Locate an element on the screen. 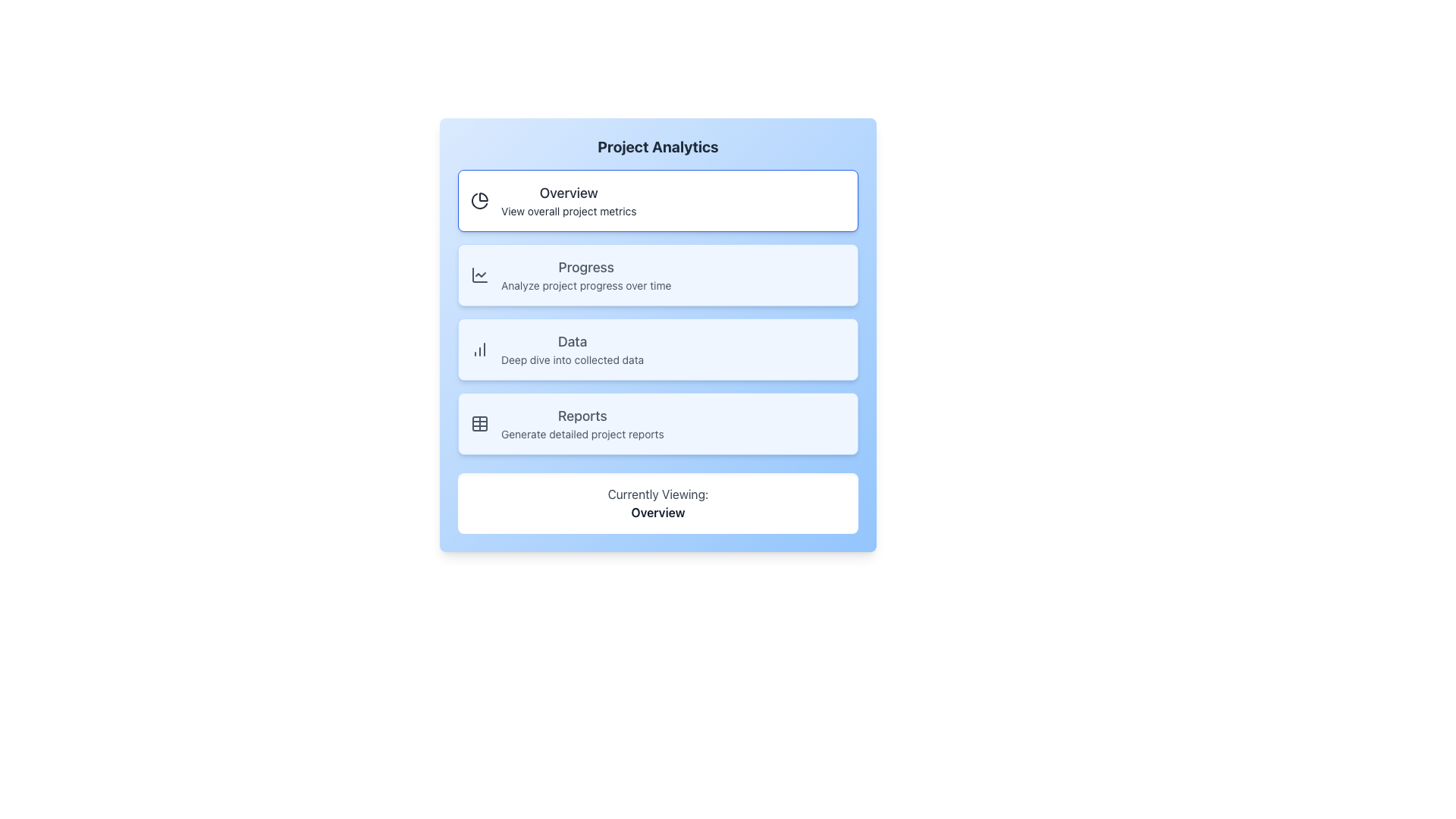 The height and width of the screenshot is (819, 1456). the SVG-based graphic icon representing reports, which is the fourth icon in the navigation options within the expandable side menu is located at coordinates (479, 424).